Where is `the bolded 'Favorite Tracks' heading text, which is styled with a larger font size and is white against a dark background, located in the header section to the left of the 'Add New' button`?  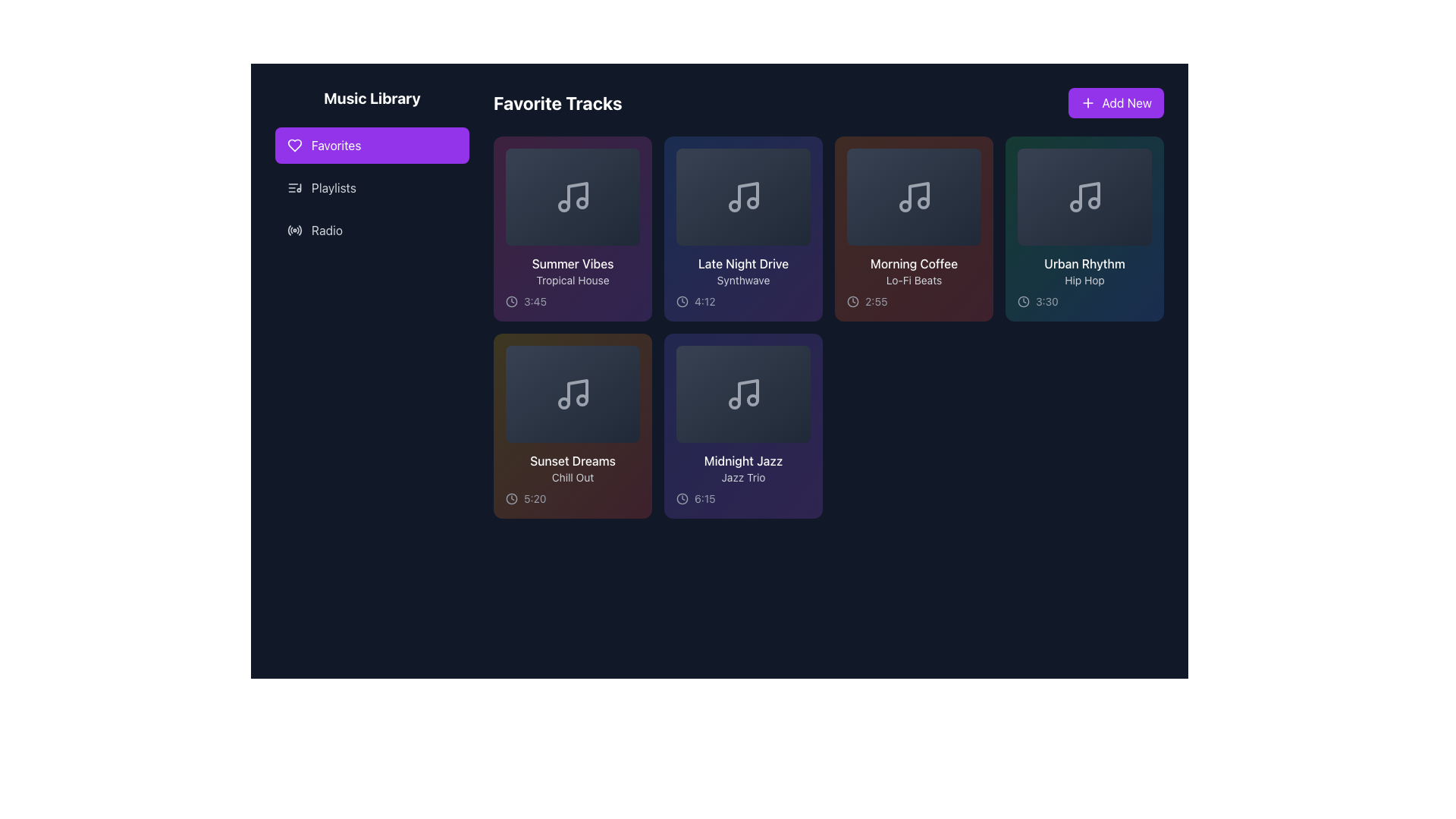
the bolded 'Favorite Tracks' heading text, which is styled with a larger font size and is white against a dark background, located in the header section to the left of the 'Add New' button is located at coordinates (557, 102).